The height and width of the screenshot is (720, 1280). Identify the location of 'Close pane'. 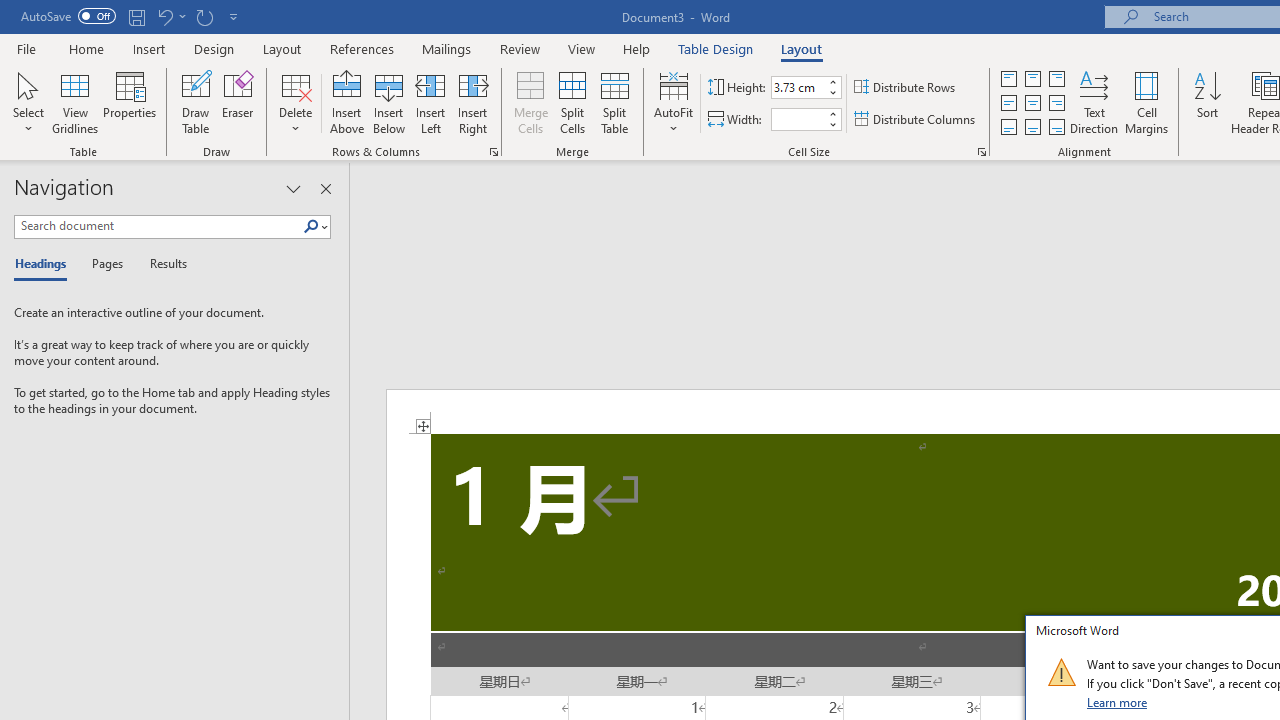
(325, 189).